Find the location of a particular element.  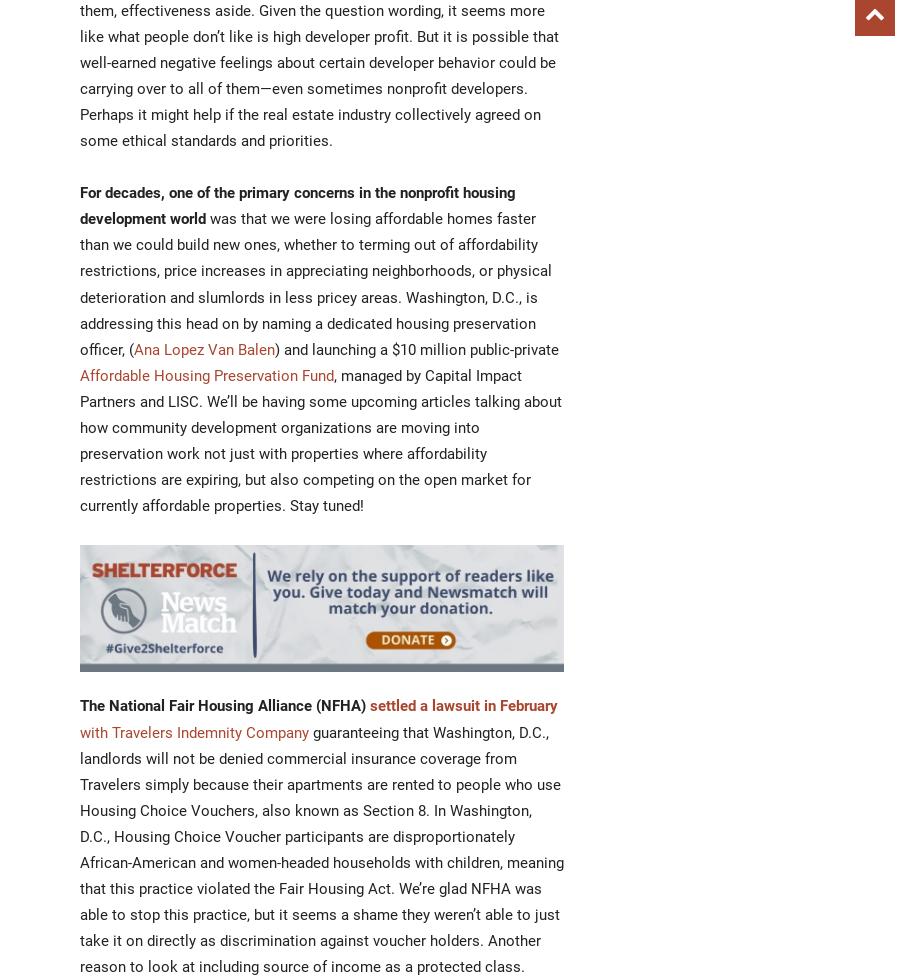

'The National Fair Housing Alliance (NFHA)' is located at coordinates (225, 705).